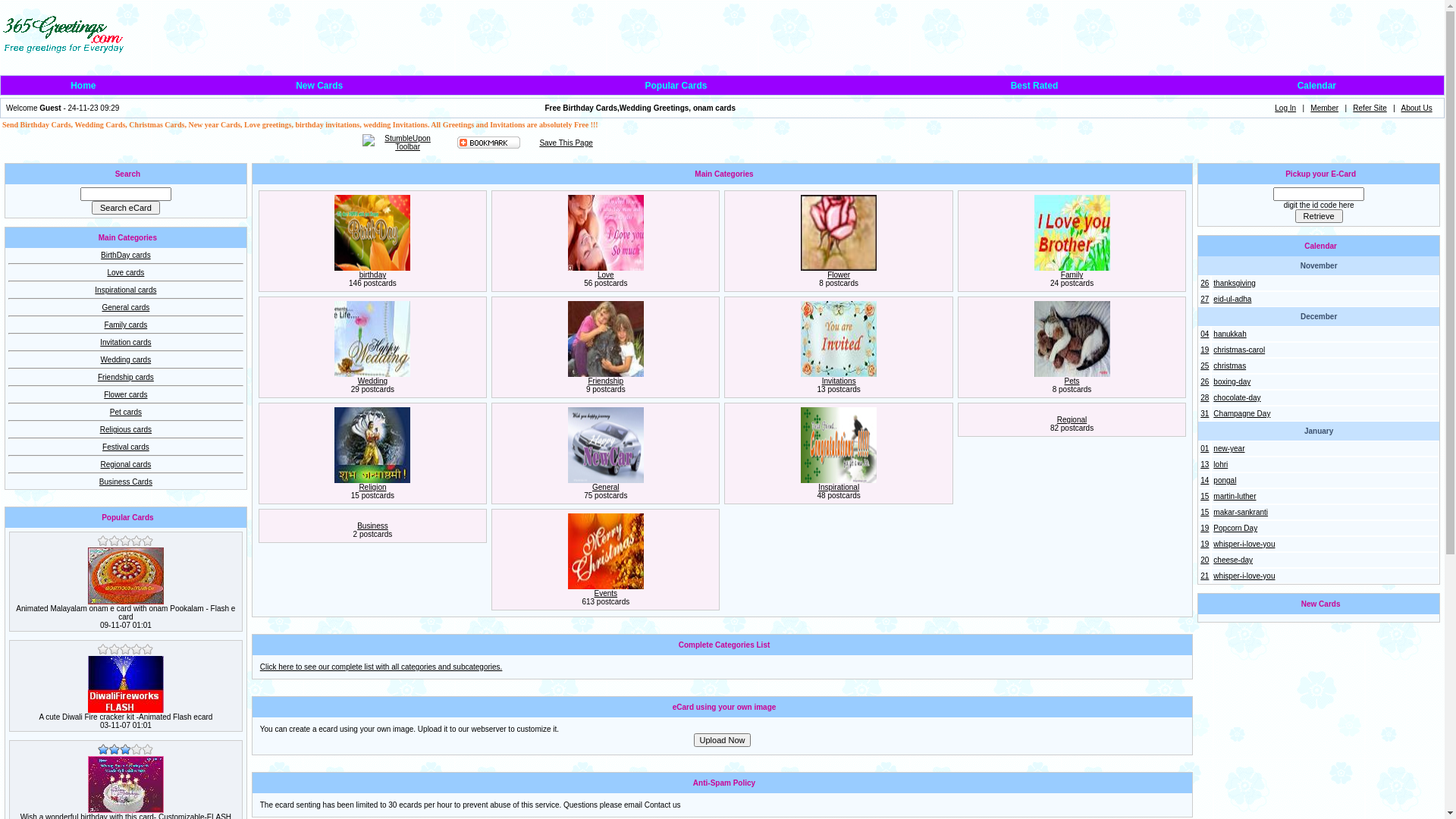 The width and height of the screenshot is (1456, 819). Describe the element at coordinates (1203, 413) in the screenshot. I see `'31'` at that location.